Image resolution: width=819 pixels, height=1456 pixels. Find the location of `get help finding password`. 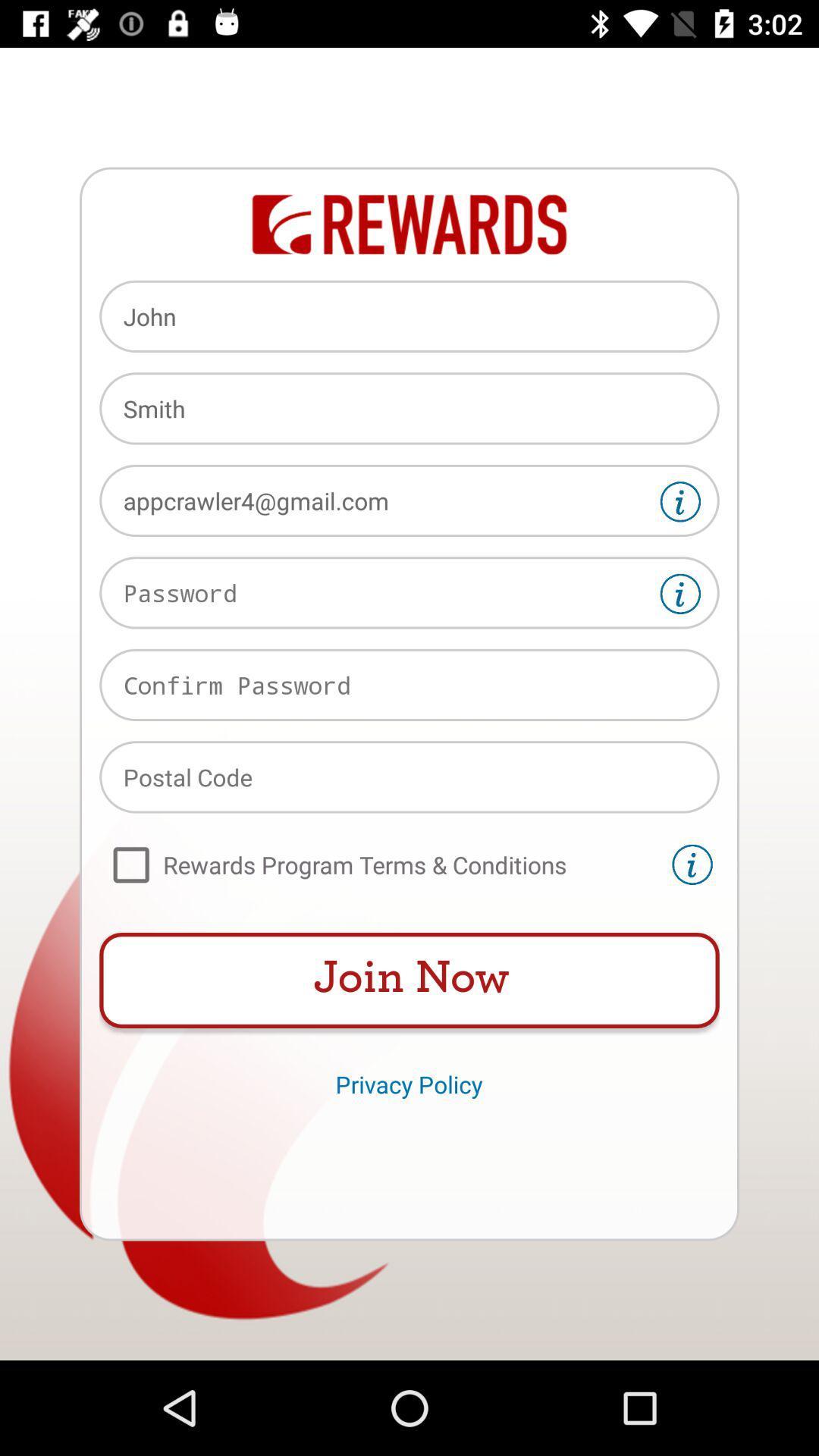

get help finding password is located at coordinates (679, 593).